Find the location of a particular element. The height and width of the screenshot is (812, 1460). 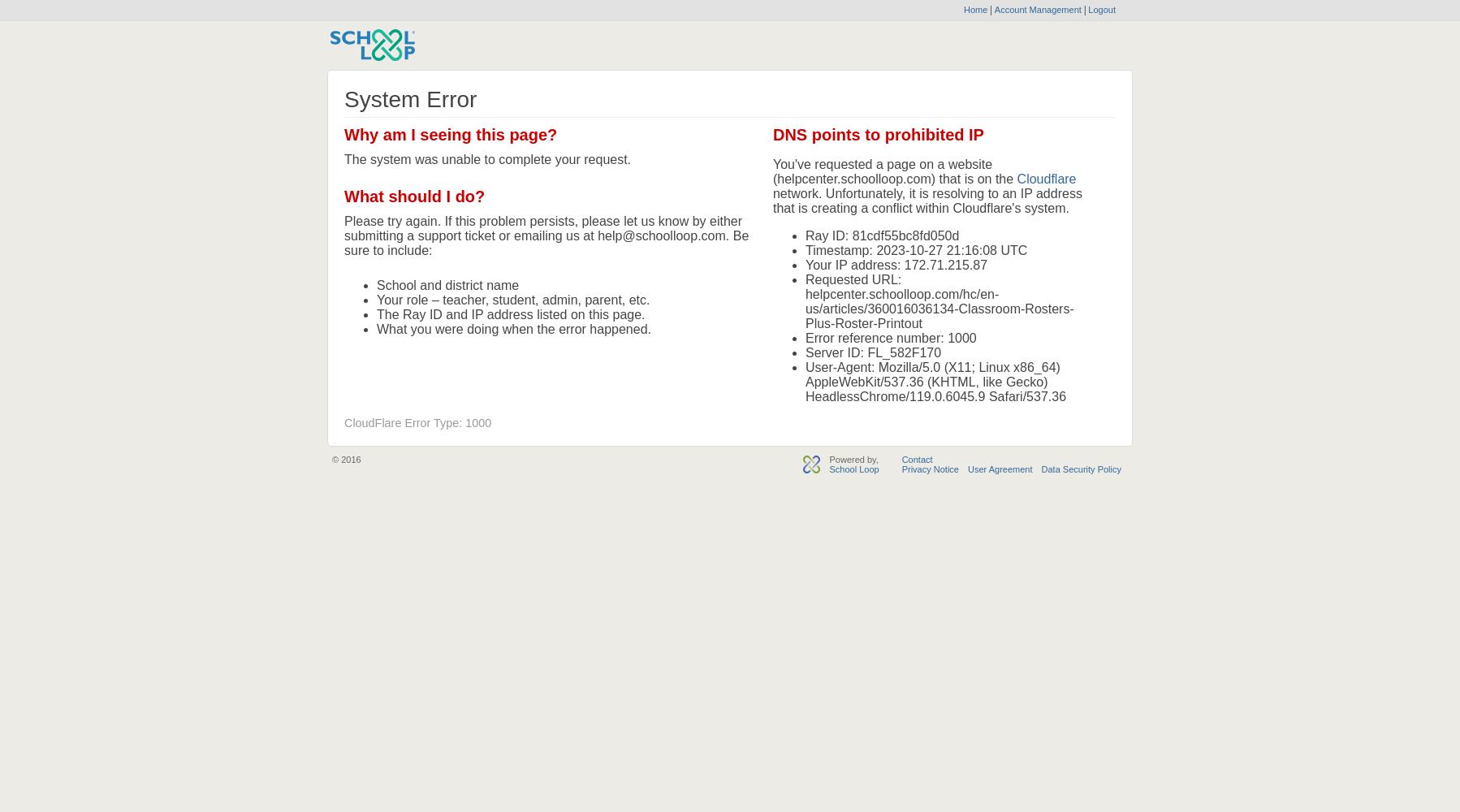

'CloudFlare Error Type: 1000' is located at coordinates (417, 423).